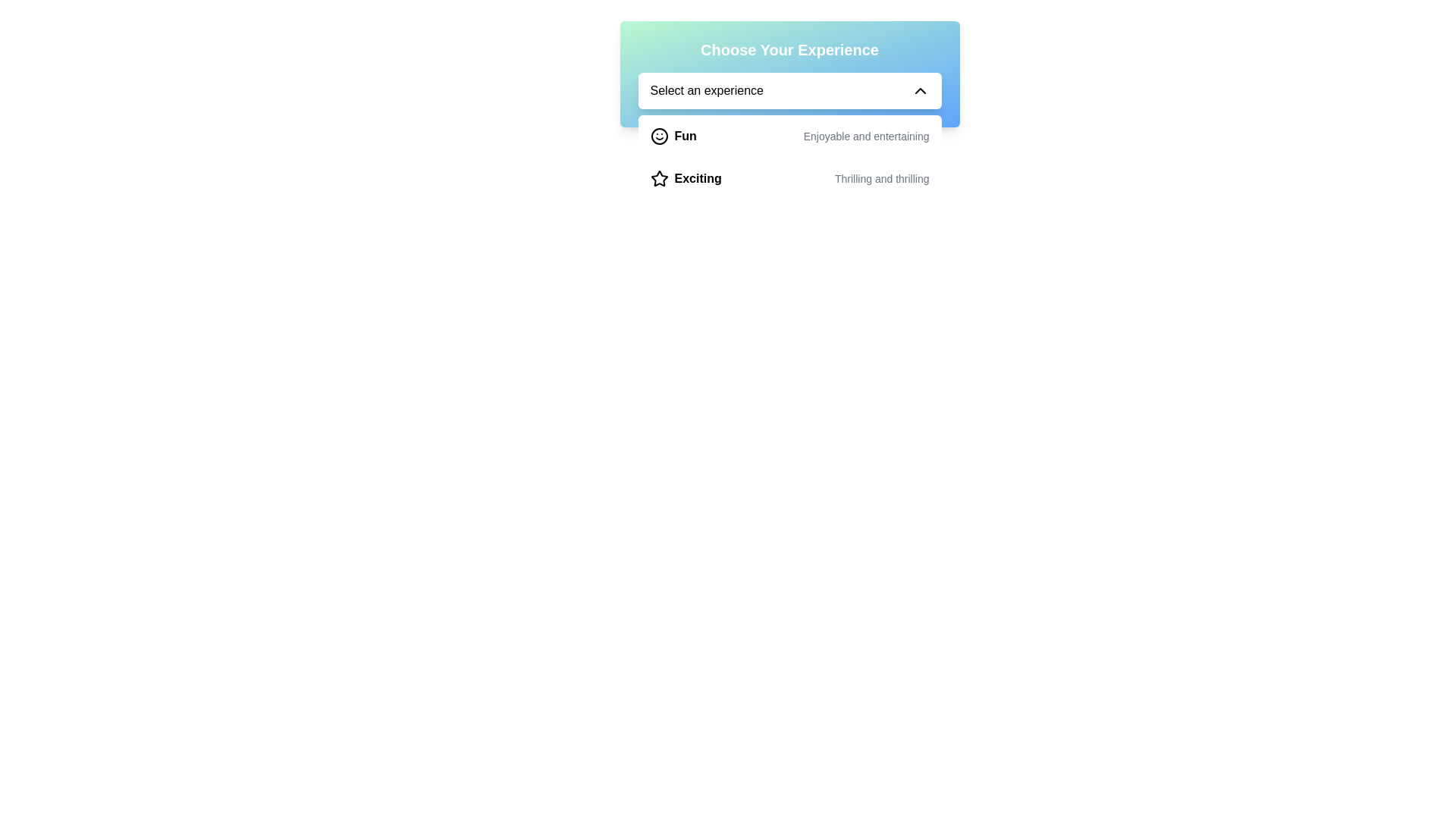 The image size is (1456, 819). I want to click on the dropdown labeled 'Select an experience' located below the heading 'Choose Your Experience', so click(789, 74).